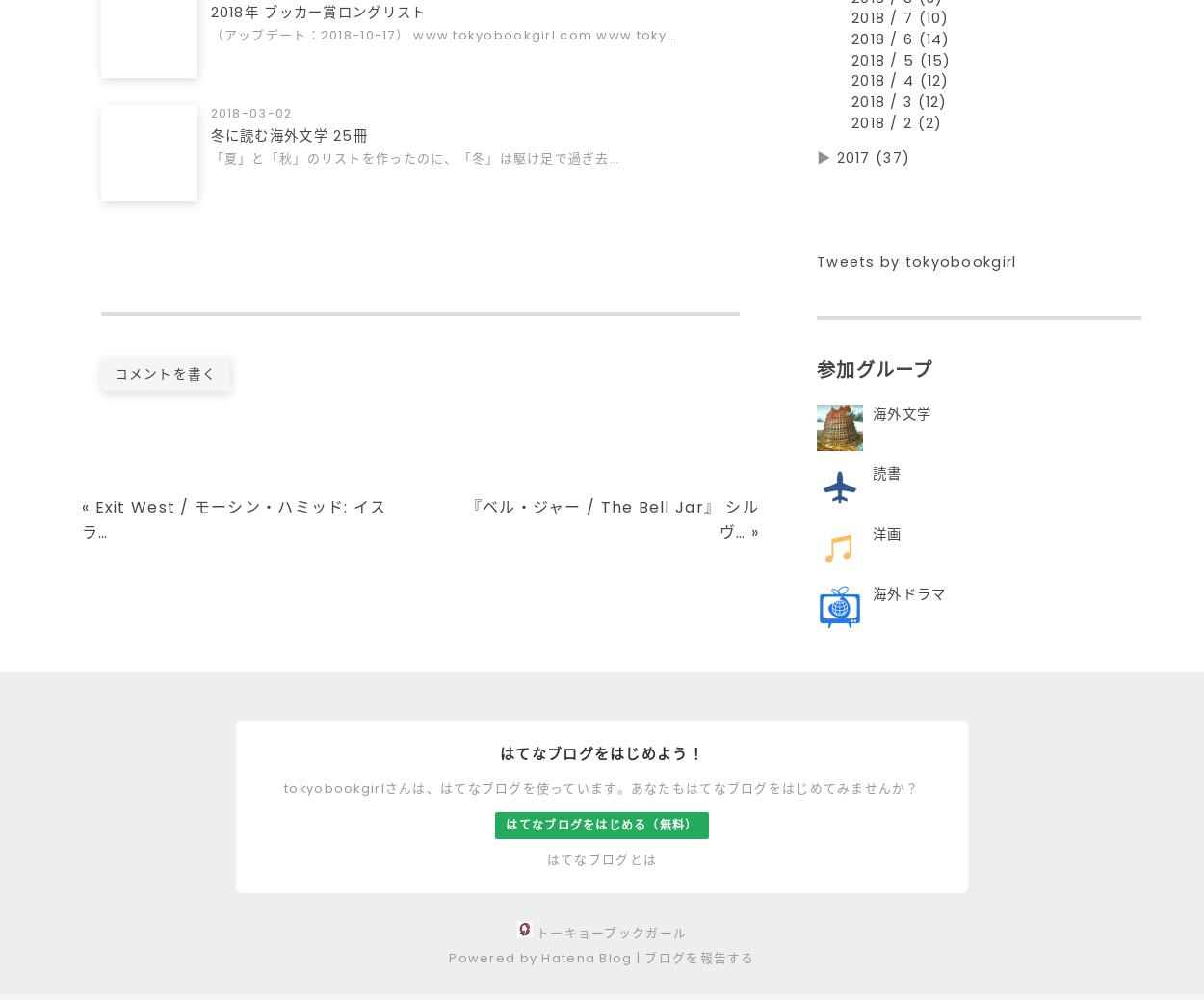  Describe the element at coordinates (884, 129) in the screenshot. I see `'2018 / 2'` at that location.